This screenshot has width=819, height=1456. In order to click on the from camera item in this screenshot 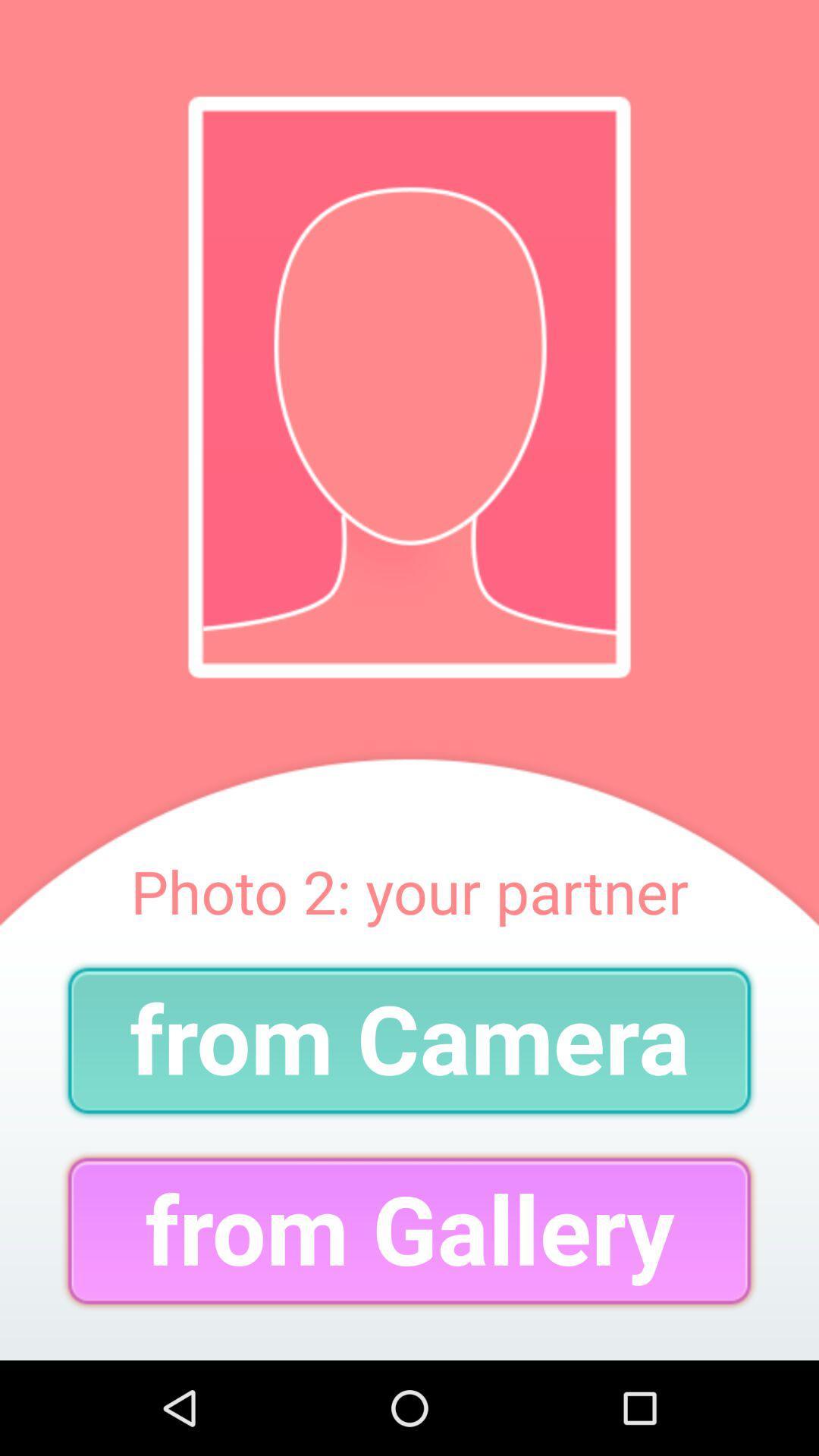, I will do `click(409, 1040)`.